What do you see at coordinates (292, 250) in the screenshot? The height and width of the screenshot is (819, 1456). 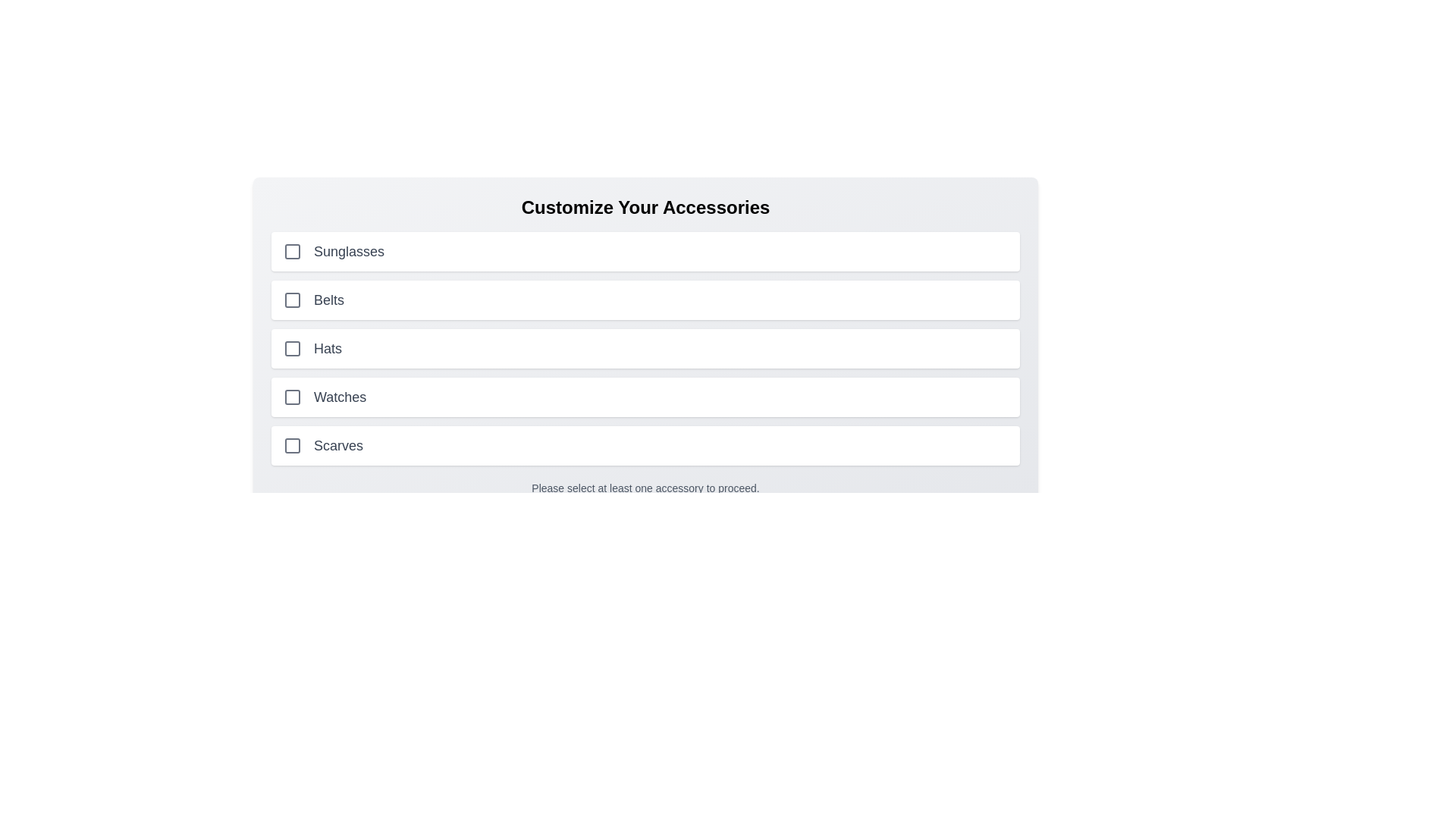 I see `the Checkbox element located to the left of the 'Sunglasses' label` at bounding box center [292, 250].